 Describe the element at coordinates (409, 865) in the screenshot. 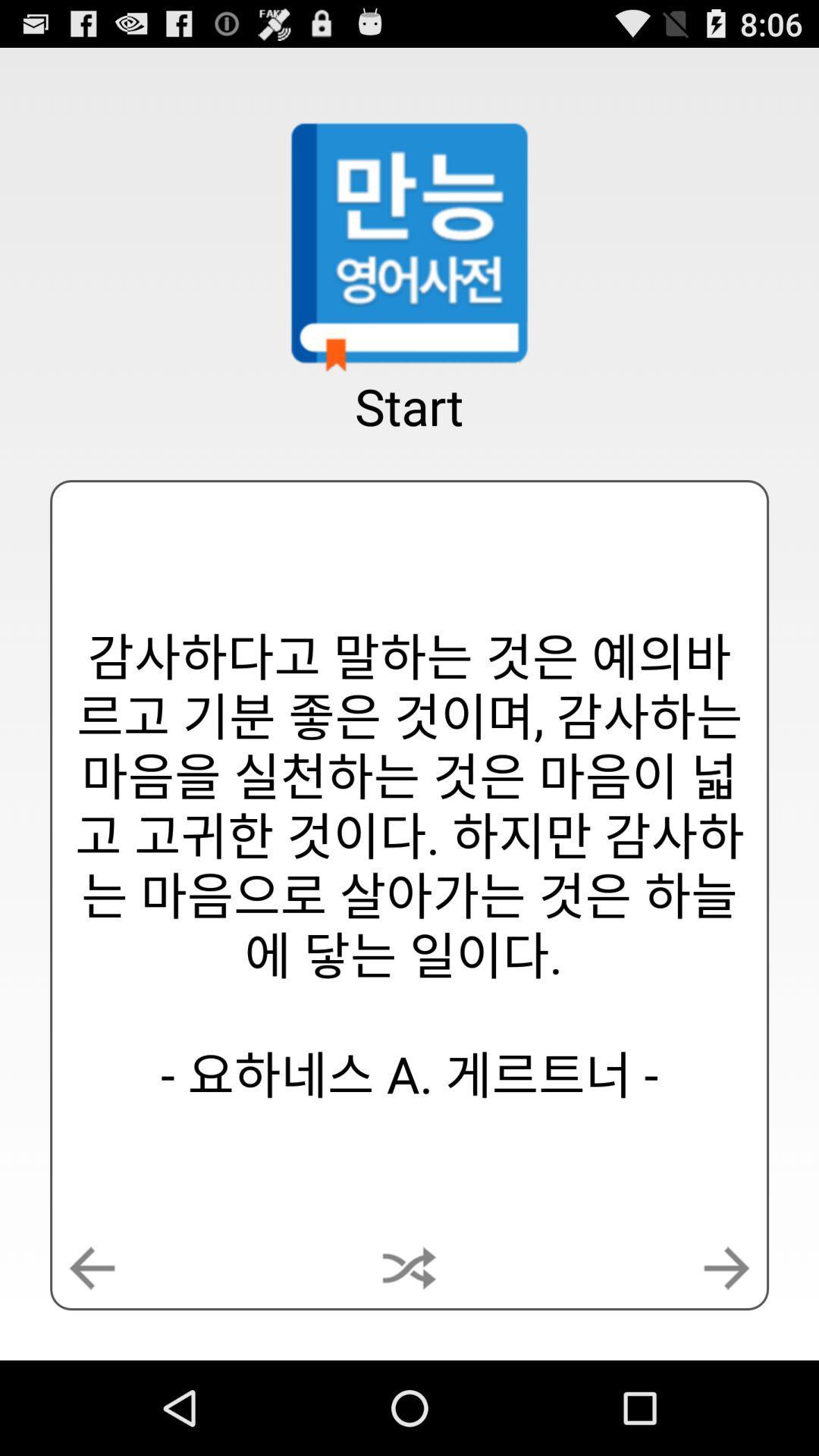

I see `item at the center` at that location.